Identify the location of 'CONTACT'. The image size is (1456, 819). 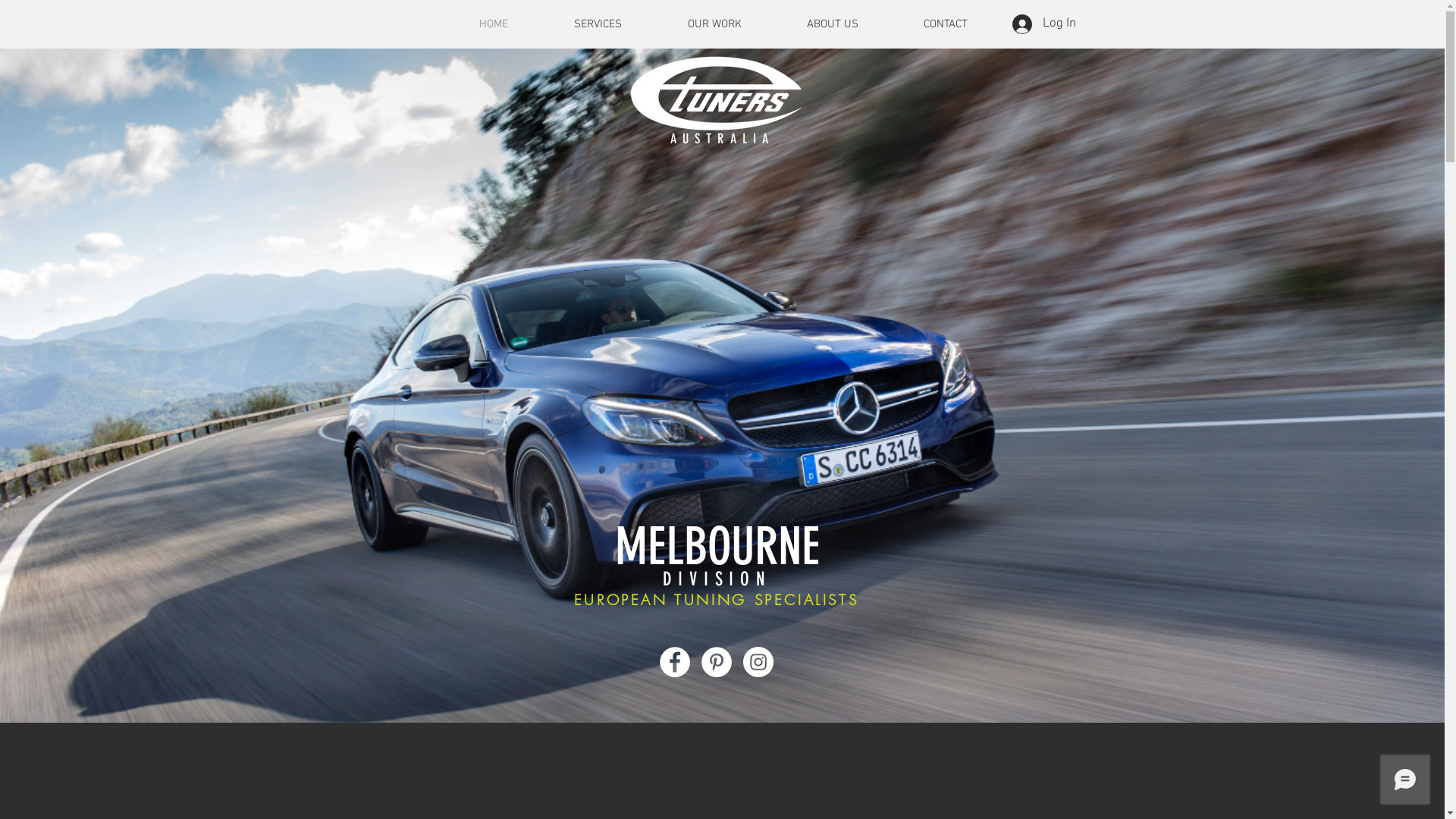
(944, 24).